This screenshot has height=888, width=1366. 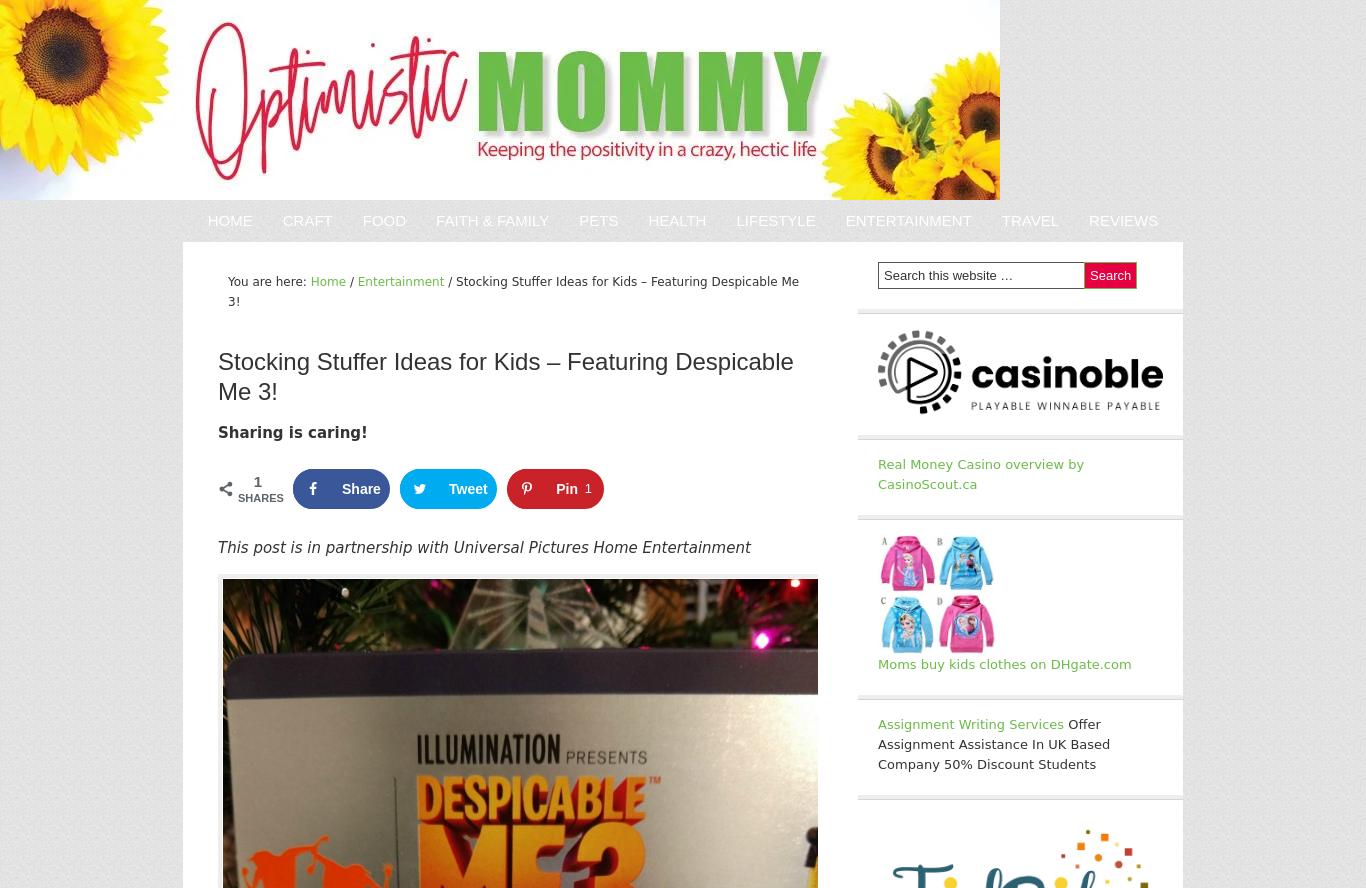 I want to click on 'Travel', so click(x=1028, y=219).